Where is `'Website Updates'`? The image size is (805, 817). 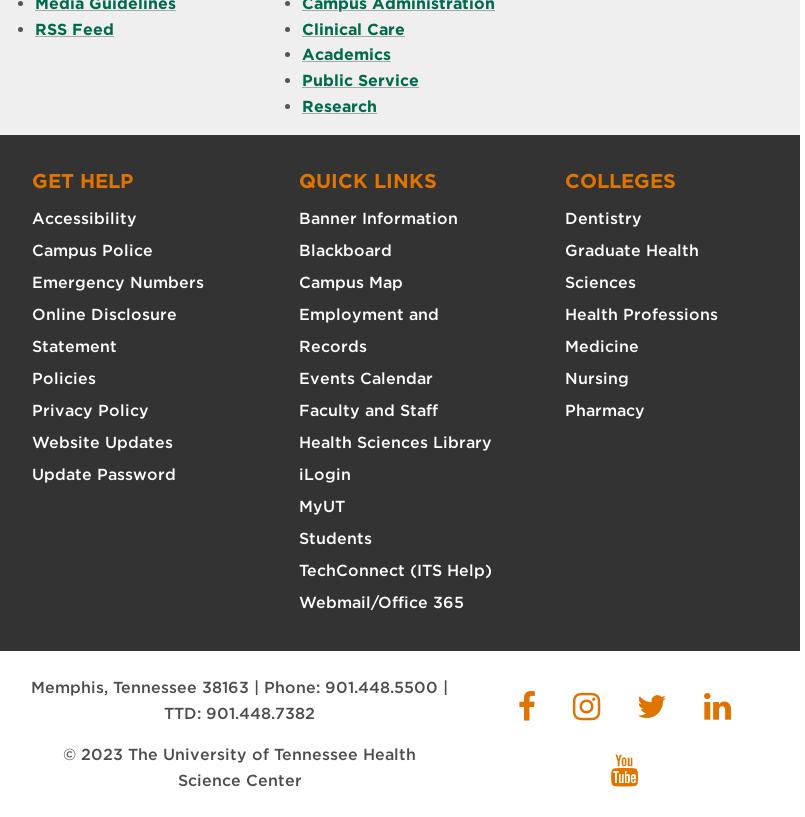
'Website Updates' is located at coordinates (32, 442).